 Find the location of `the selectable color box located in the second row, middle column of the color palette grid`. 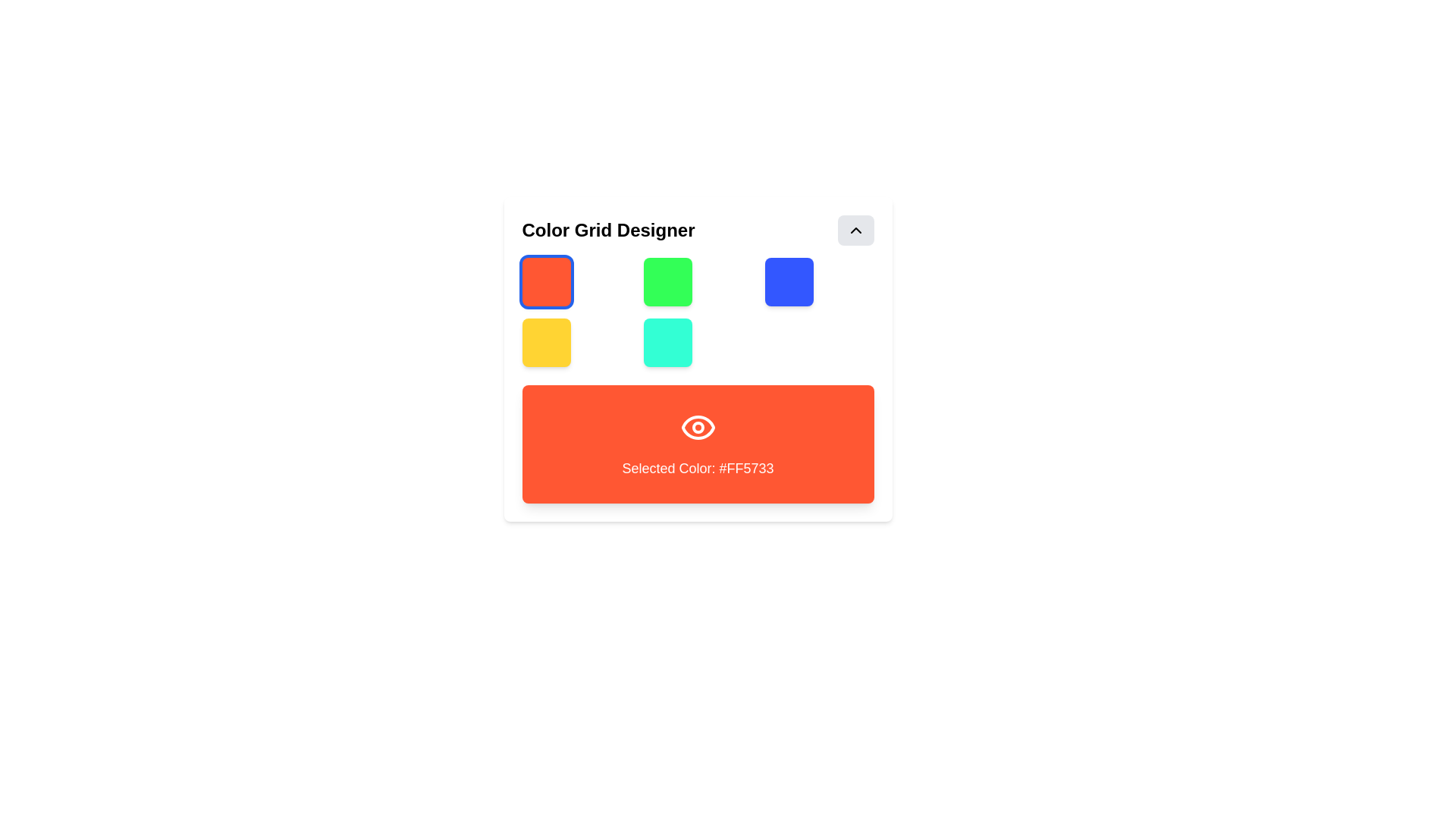

the selectable color box located in the second row, middle column of the color palette grid is located at coordinates (697, 359).